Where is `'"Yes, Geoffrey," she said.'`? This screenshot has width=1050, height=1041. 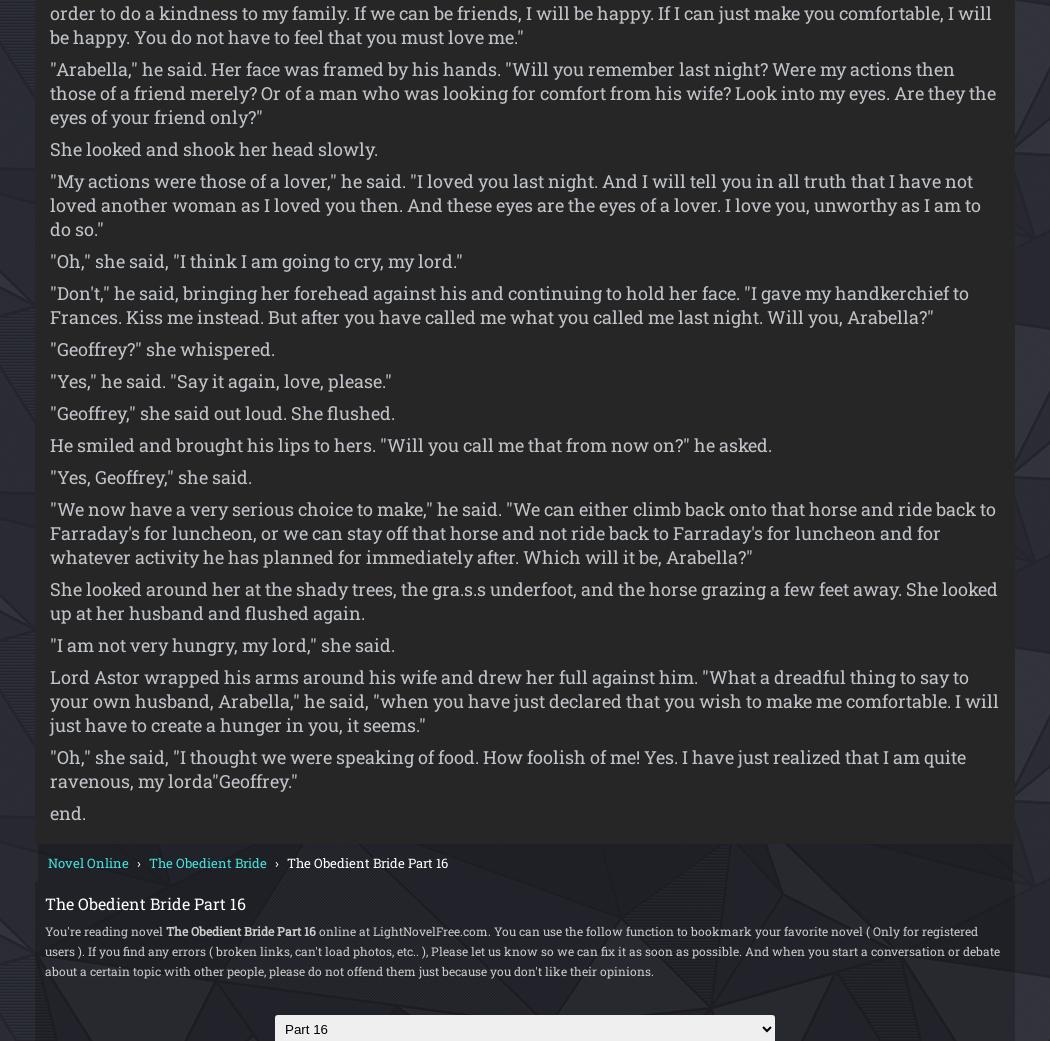
'"Yes, Geoffrey," she said.' is located at coordinates (150, 475).